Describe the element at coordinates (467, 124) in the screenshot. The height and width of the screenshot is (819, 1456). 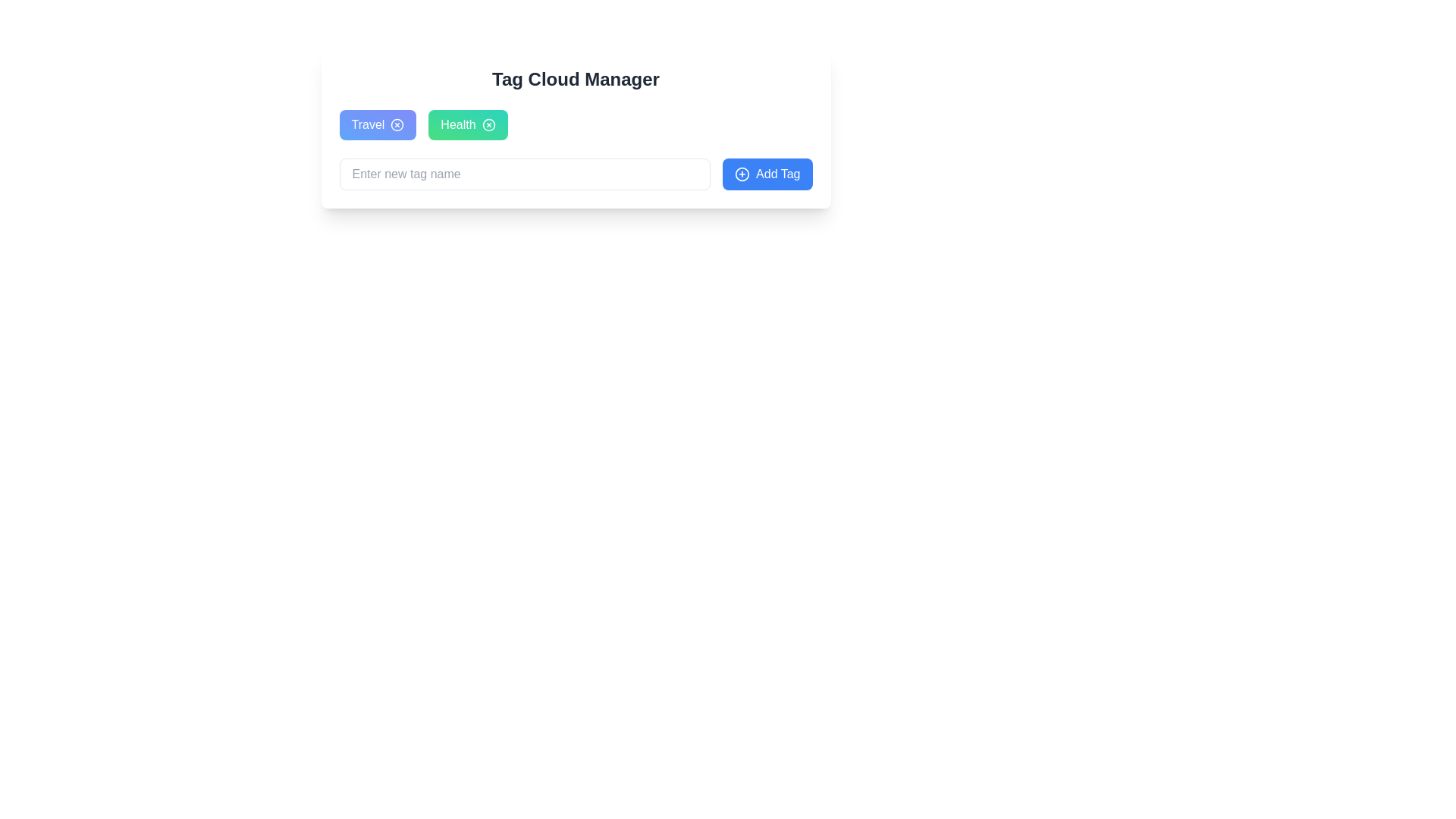
I see `the 'Health' button with an embedded 'x' icon` at that location.